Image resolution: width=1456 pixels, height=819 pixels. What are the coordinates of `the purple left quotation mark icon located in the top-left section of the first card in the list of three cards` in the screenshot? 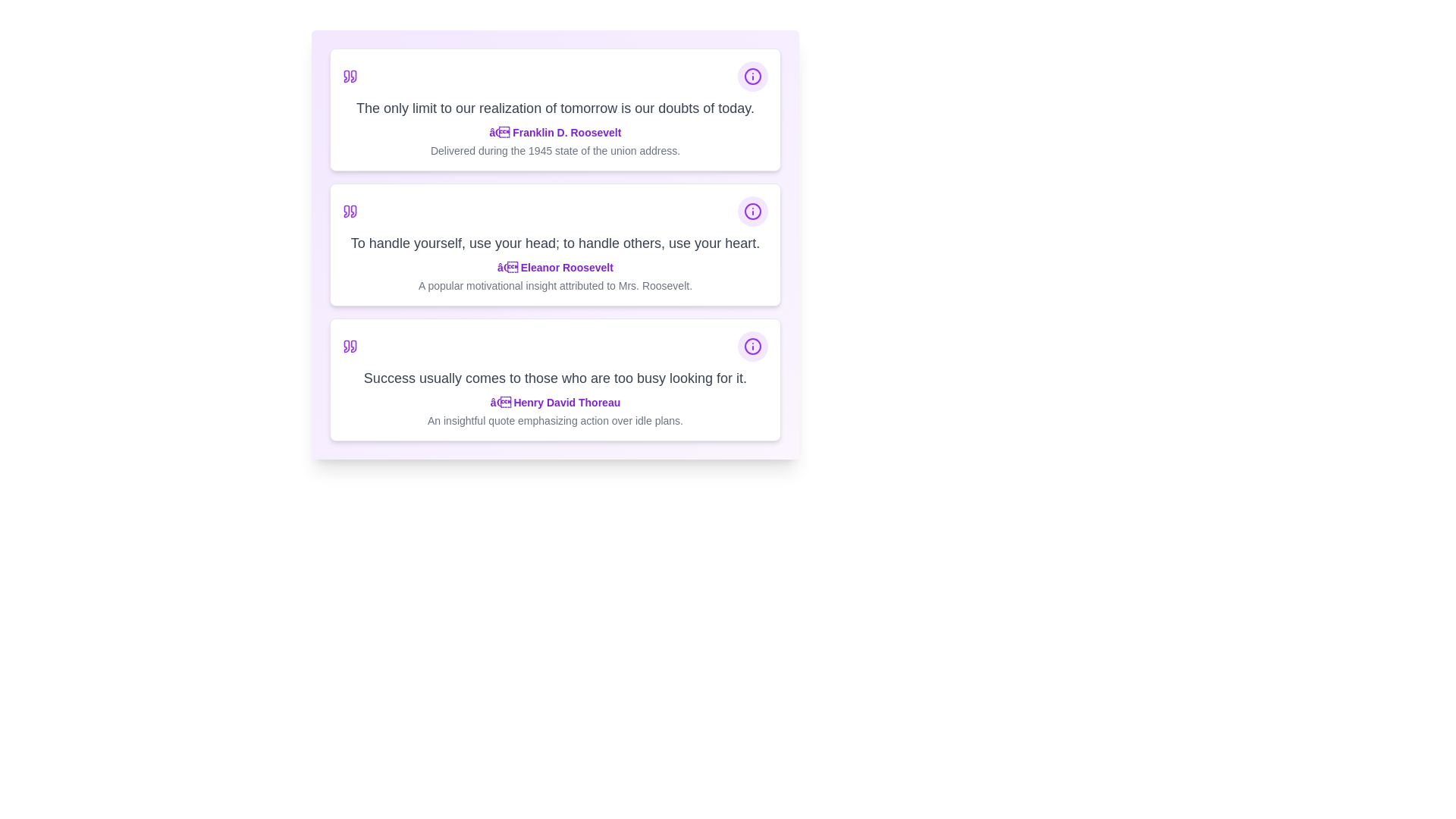 It's located at (346, 76).